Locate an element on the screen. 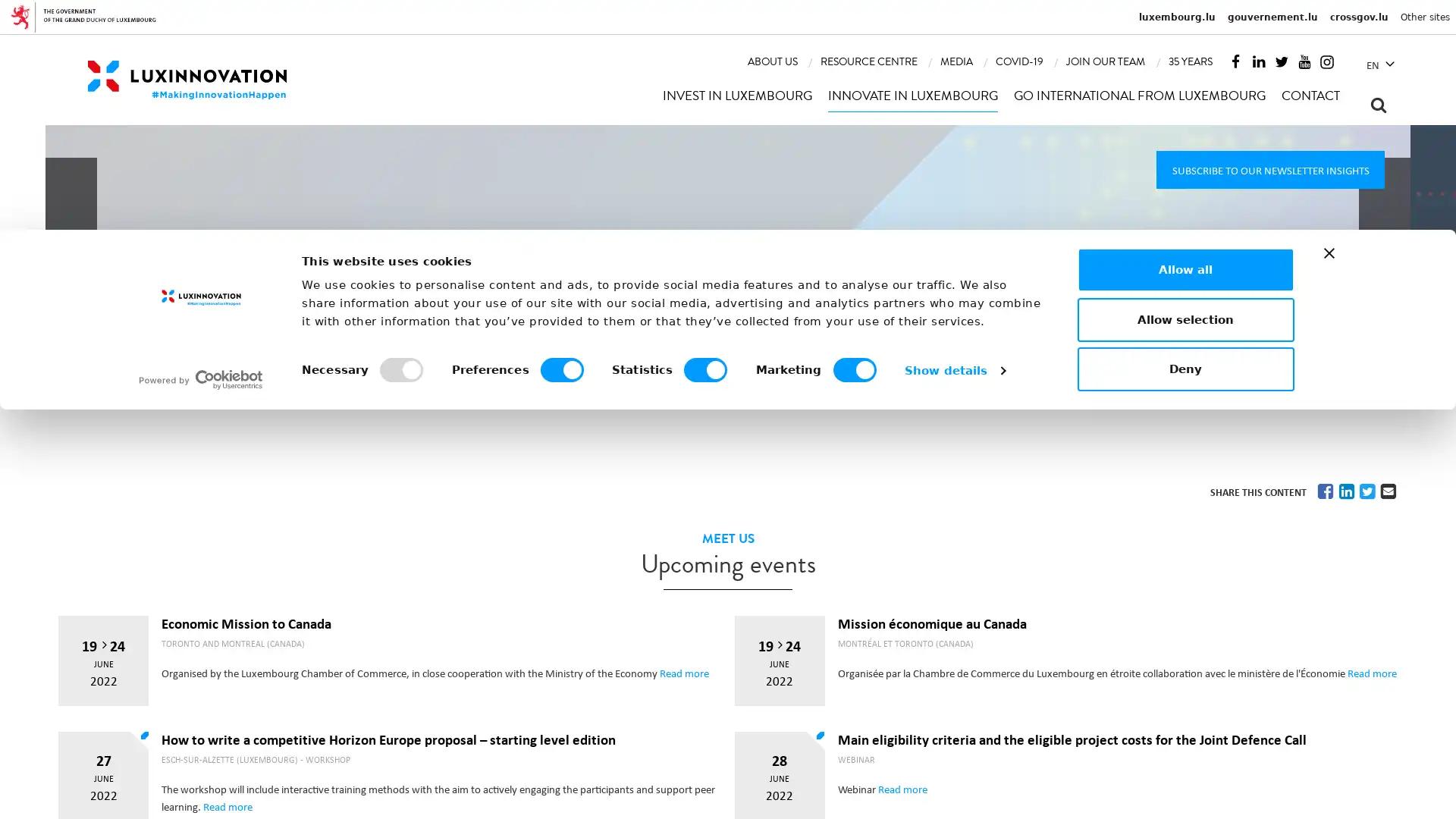 The width and height of the screenshot is (1456, 819). Allow selection is located at coordinates (1185, 727).